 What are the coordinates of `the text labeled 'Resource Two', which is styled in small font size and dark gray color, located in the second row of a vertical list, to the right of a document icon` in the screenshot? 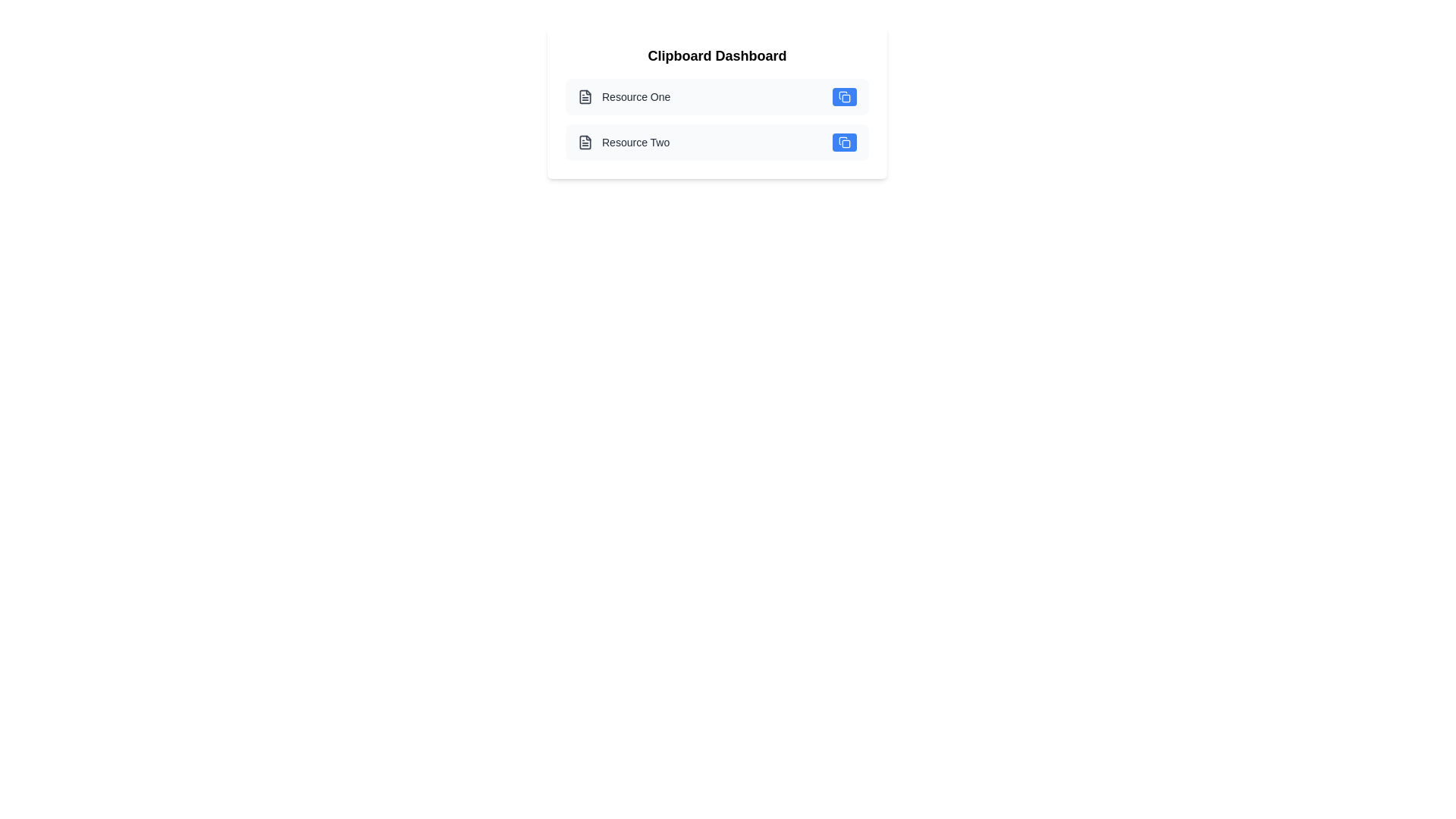 It's located at (635, 143).